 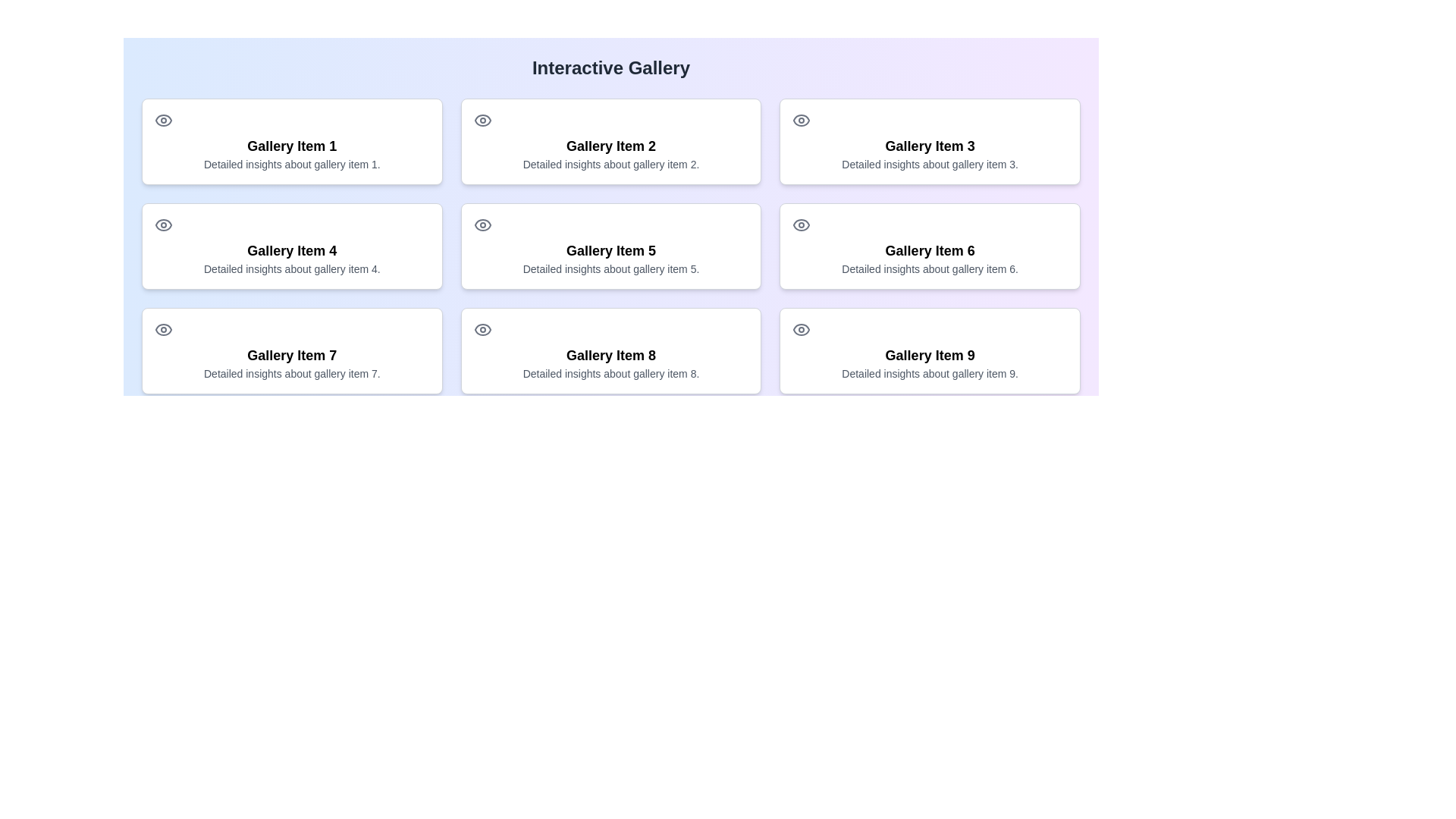 What do you see at coordinates (611, 268) in the screenshot?
I see `text component that displays 'Detailed insights about gallery item 5.' located below the title 'Gallery Item 5' in the fifth gallery item card` at bounding box center [611, 268].